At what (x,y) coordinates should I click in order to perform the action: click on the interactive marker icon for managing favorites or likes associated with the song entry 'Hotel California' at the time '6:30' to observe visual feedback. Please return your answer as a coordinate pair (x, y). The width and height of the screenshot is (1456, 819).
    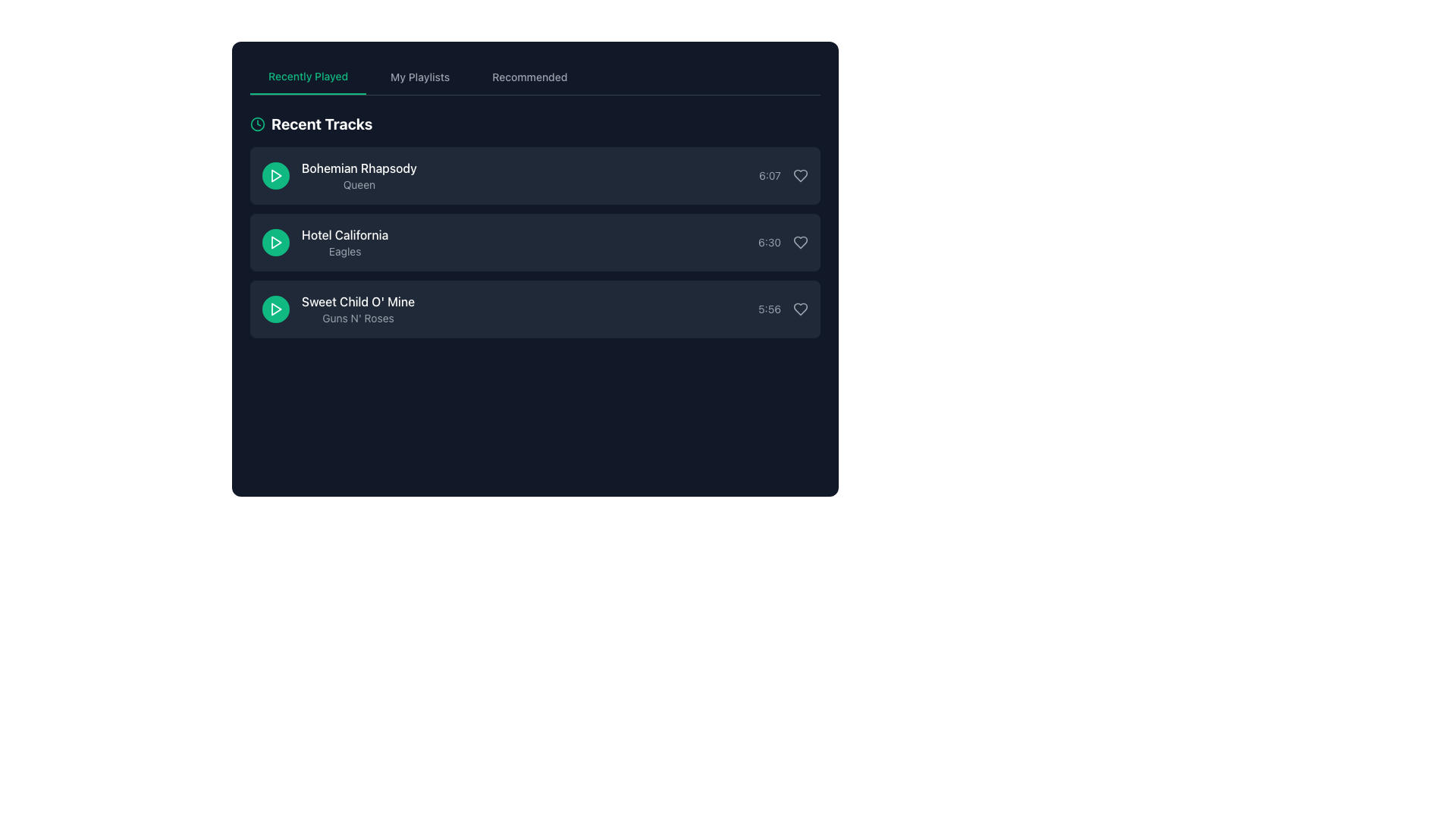
    Looking at the image, I should click on (800, 242).